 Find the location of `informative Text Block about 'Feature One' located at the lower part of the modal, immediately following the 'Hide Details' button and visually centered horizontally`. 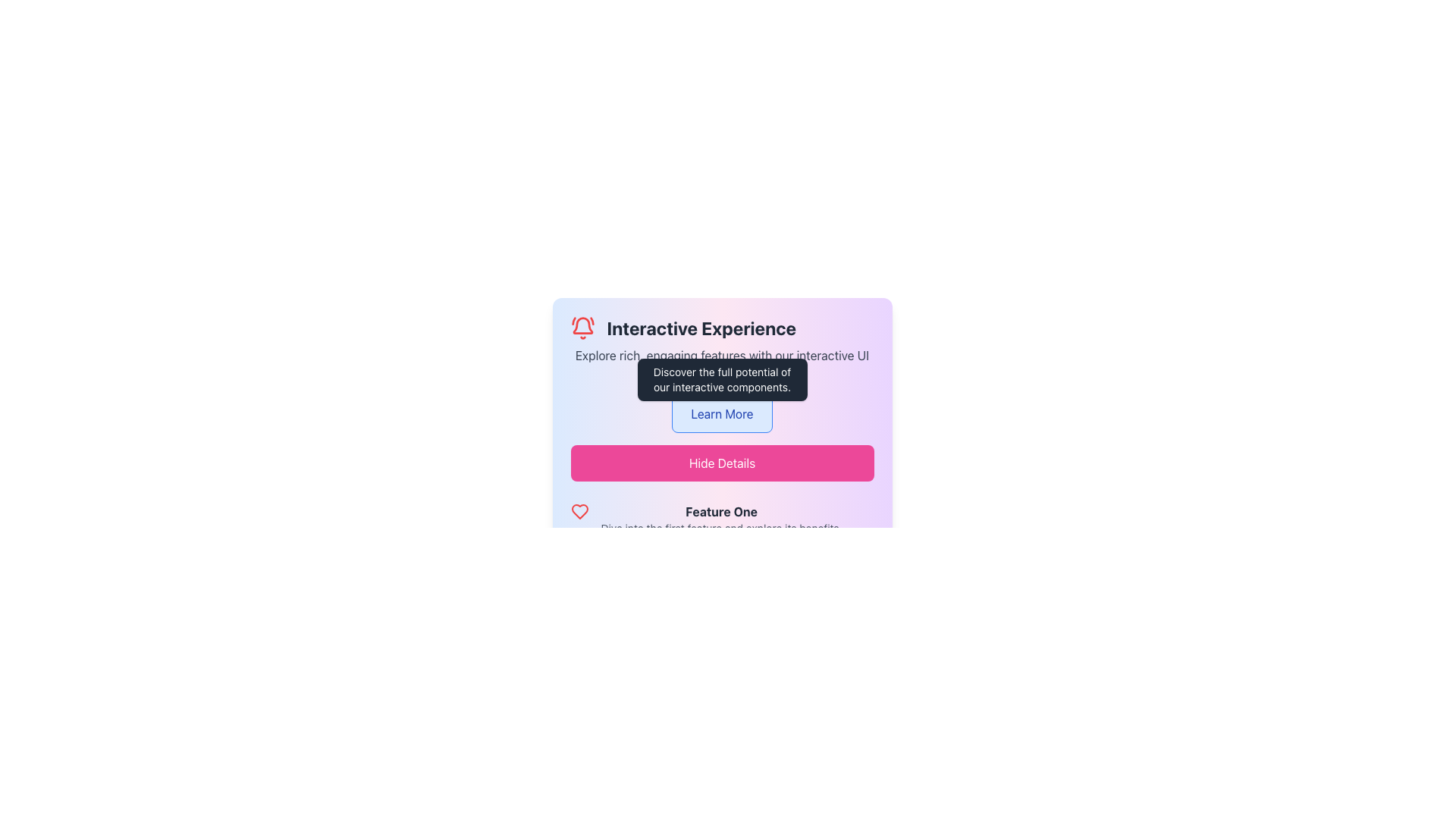

informative Text Block about 'Feature One' located at the lower part of the modal, immediately following the 'Hide Details' button and visually centered horizontally is located at coordinates (720, 519).